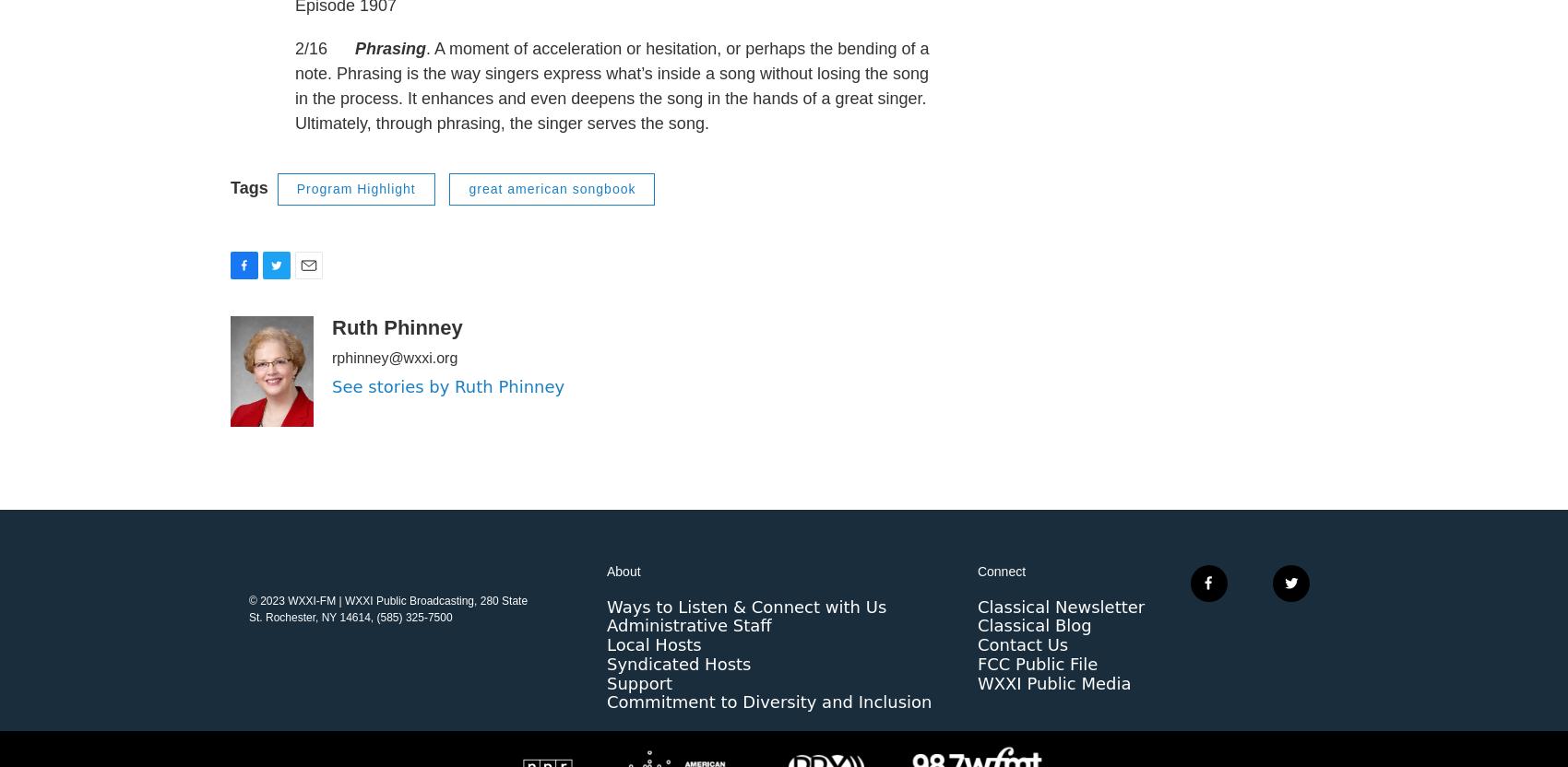  I want to click on 'great american songbook', so click(551, 226).